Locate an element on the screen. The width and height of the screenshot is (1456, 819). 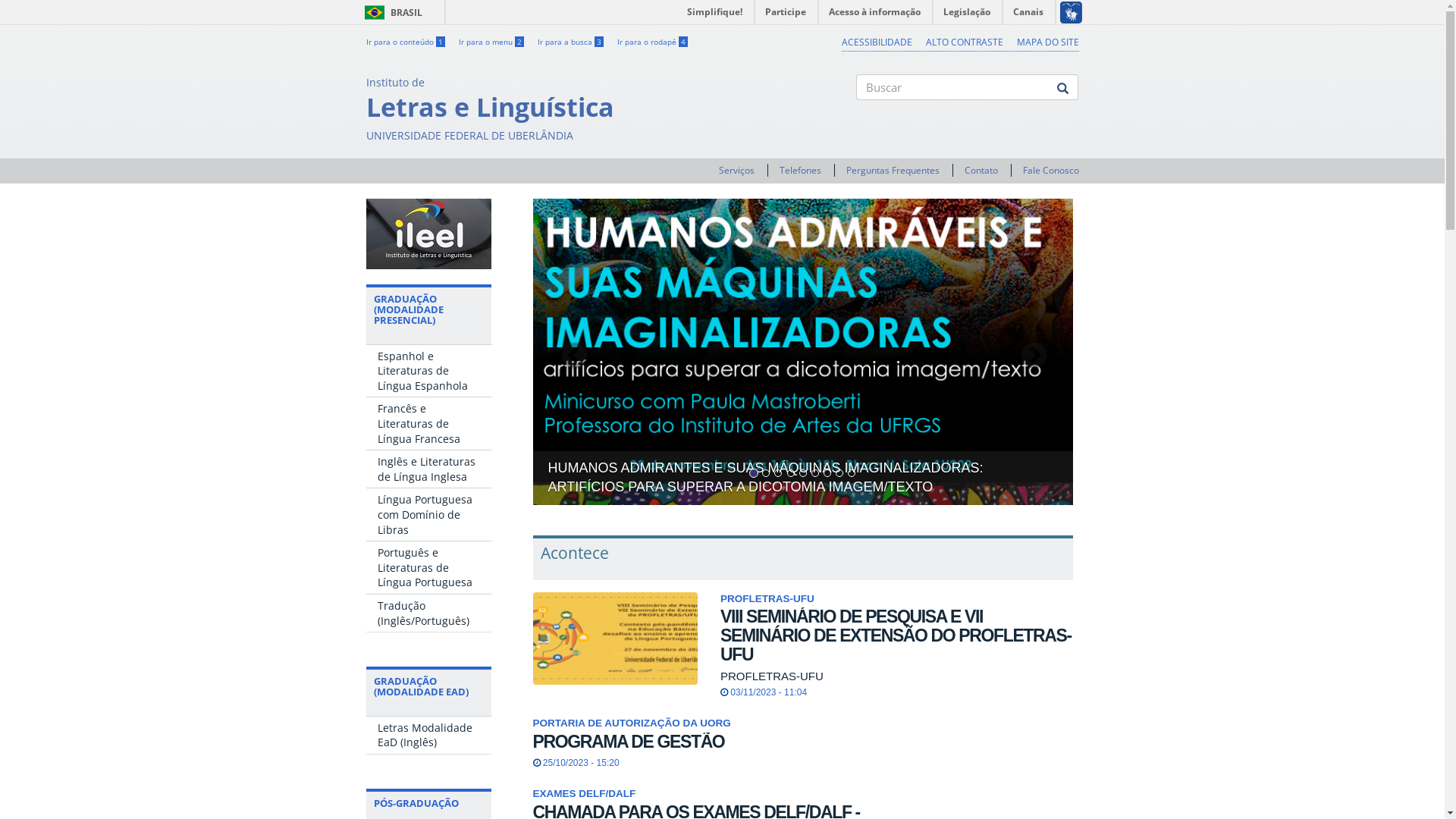
'Logotipo da Unidade' is located at coordinates (427, 234).